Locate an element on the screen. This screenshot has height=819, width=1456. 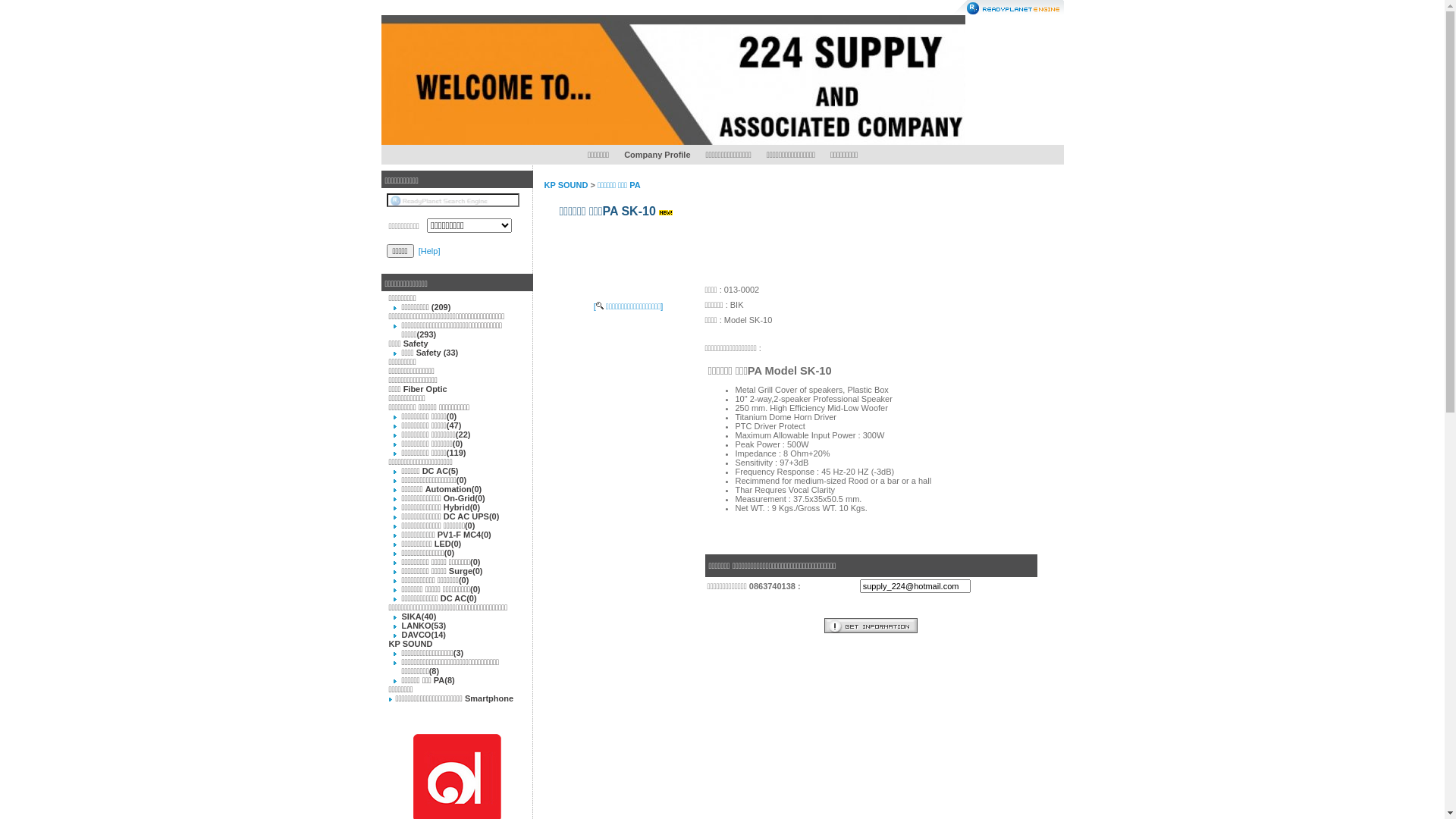
'ReadyPlanet.com' is located at coordinates (1008, 8).